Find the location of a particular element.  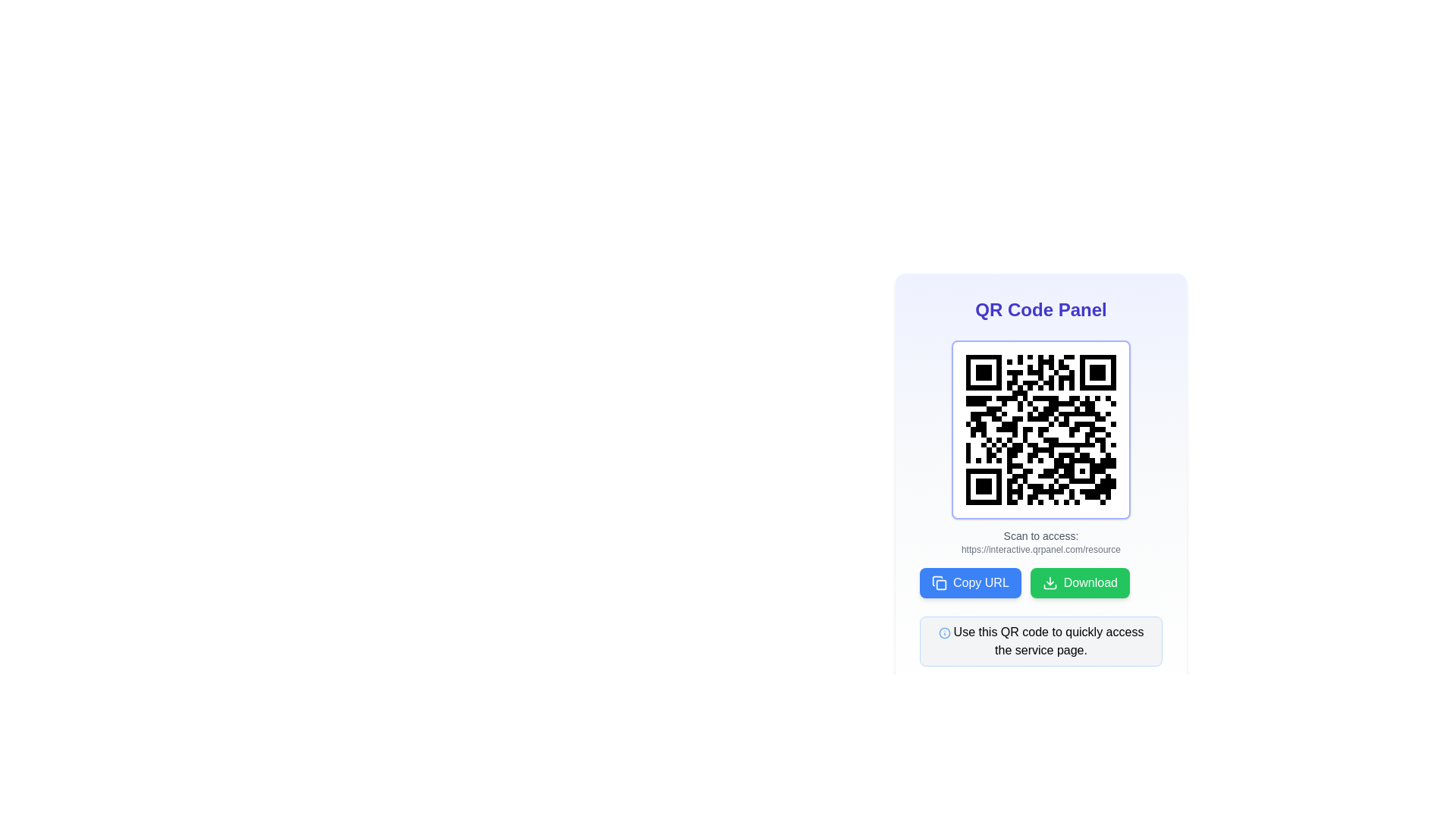

the download button located to the right of the 'Copy URL' button at the bottom of the QR code panel is located at coordinates (1079, 582).